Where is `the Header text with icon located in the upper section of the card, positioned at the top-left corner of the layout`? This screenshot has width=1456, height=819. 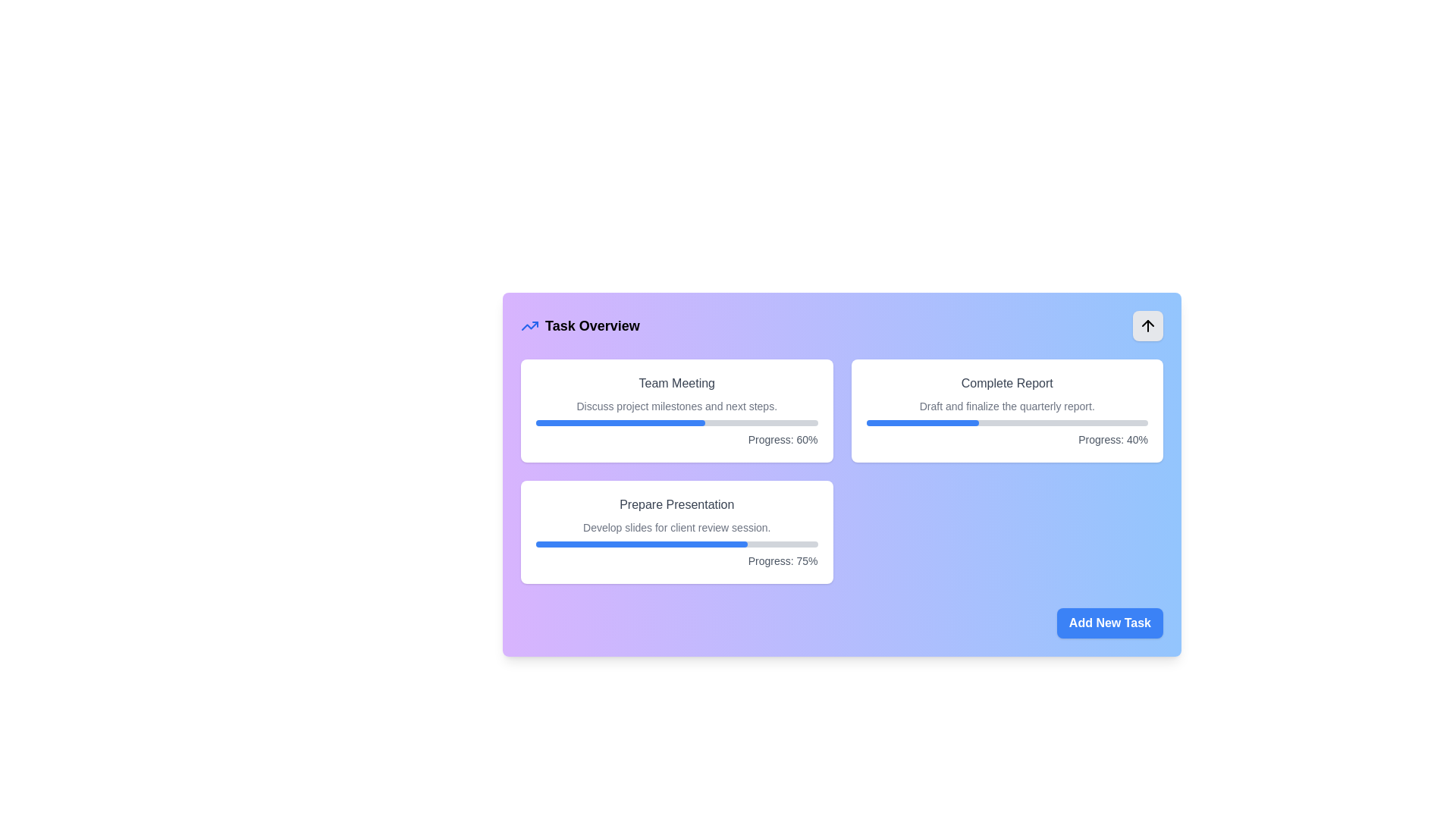
the Header text with icon located in the upper section of the card, positioned at the top-left corner of the layout is located at coordinates (579, 325).